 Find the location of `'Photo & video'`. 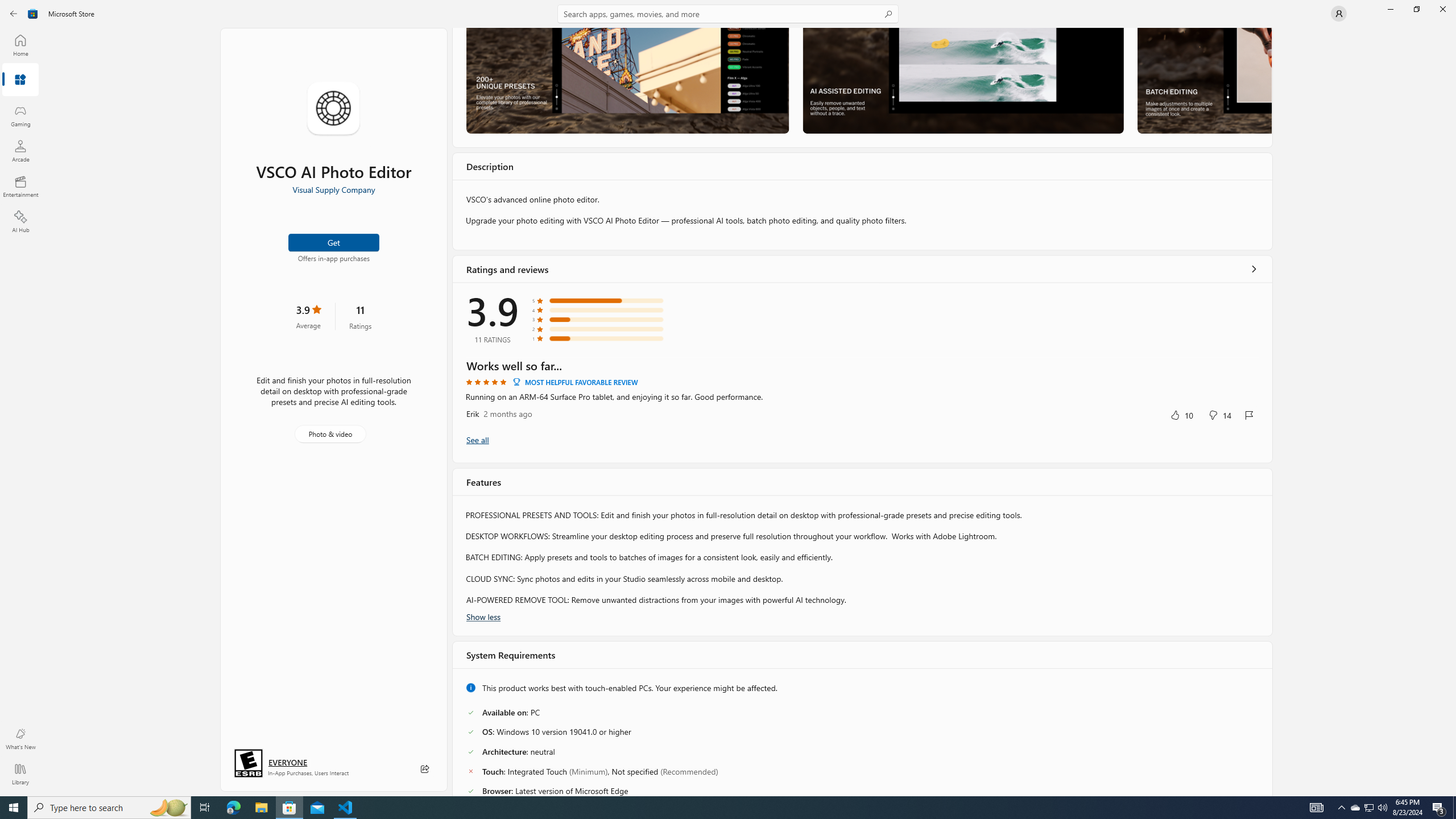

'Photo & video' is located at coordinates (329, 433).